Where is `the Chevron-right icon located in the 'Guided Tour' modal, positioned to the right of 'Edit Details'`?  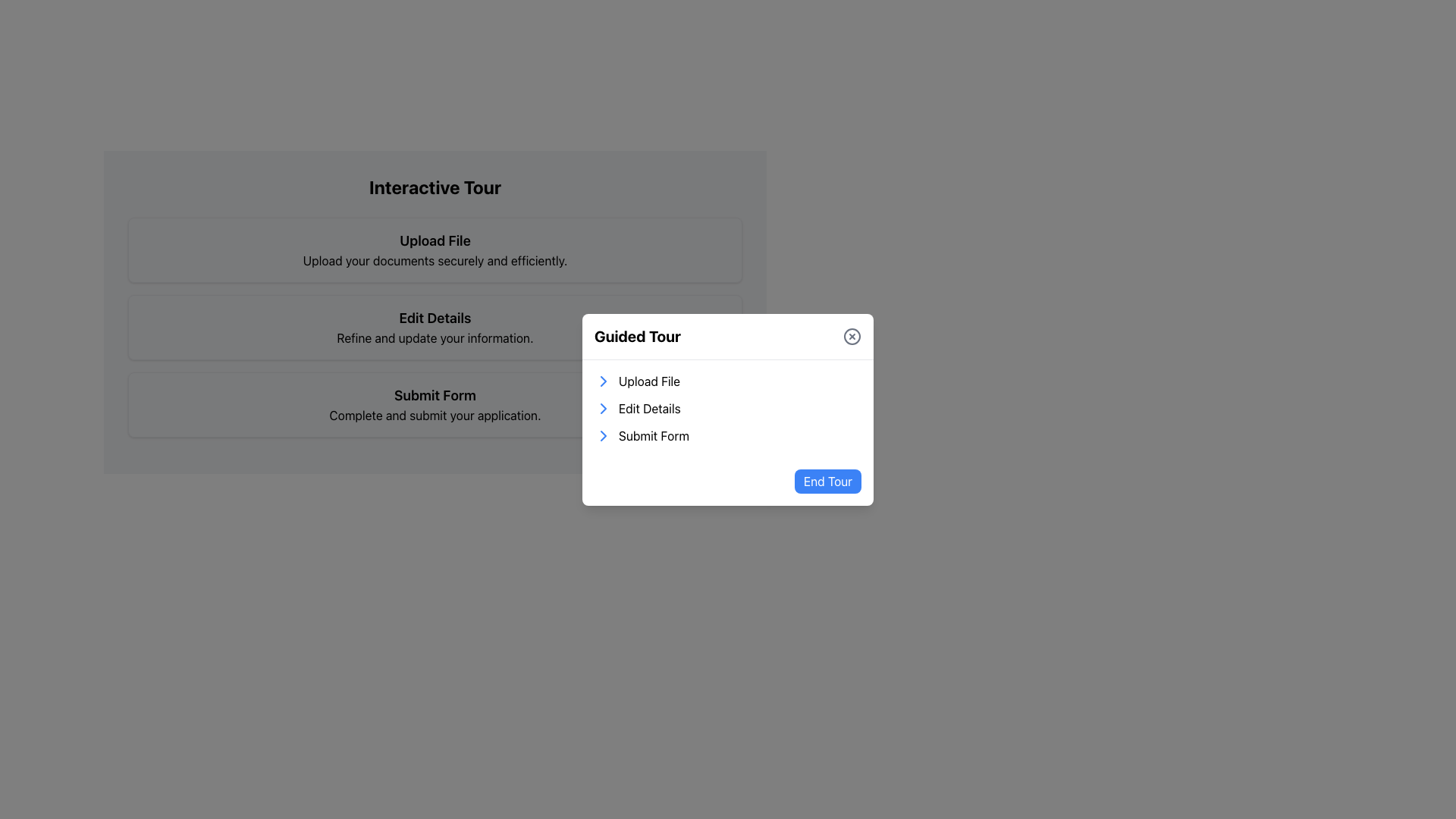
the Chevron-right icon located in the 'Guided Tour' modal, positioned to the right of 'Edit Details' is located at coordinates (603, 379).